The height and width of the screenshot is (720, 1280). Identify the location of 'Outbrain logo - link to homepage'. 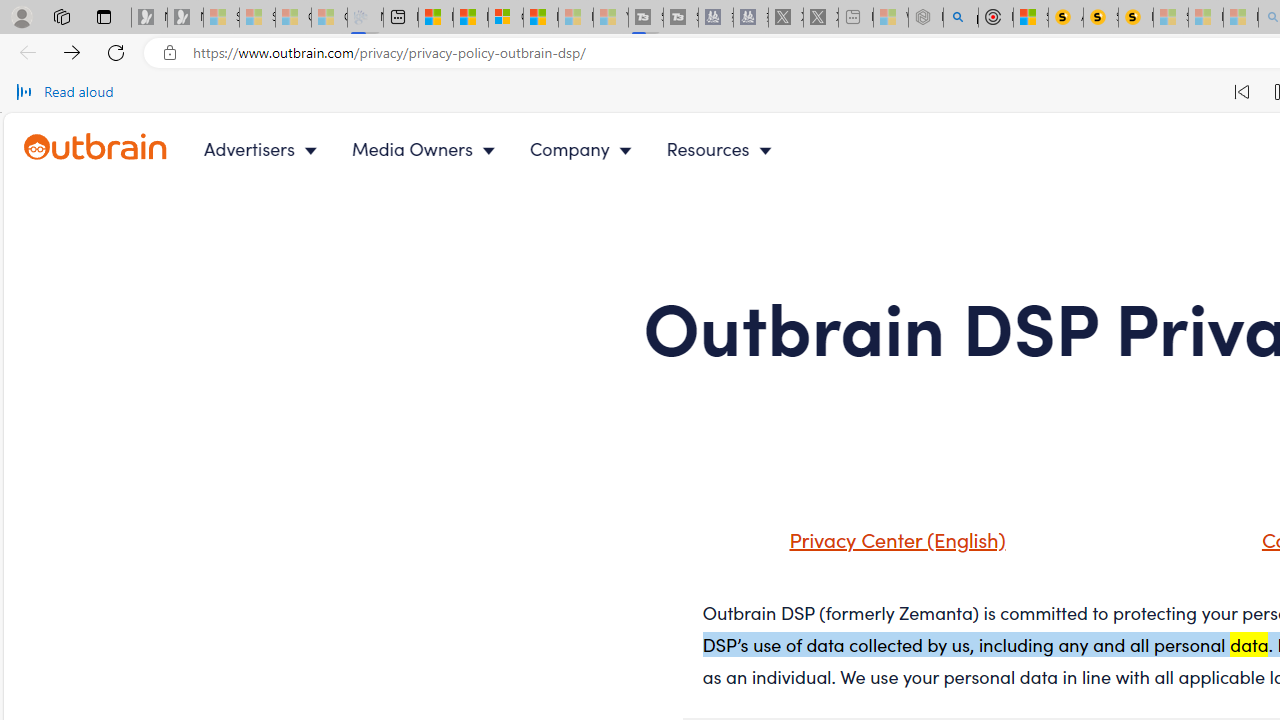
(95, 146).